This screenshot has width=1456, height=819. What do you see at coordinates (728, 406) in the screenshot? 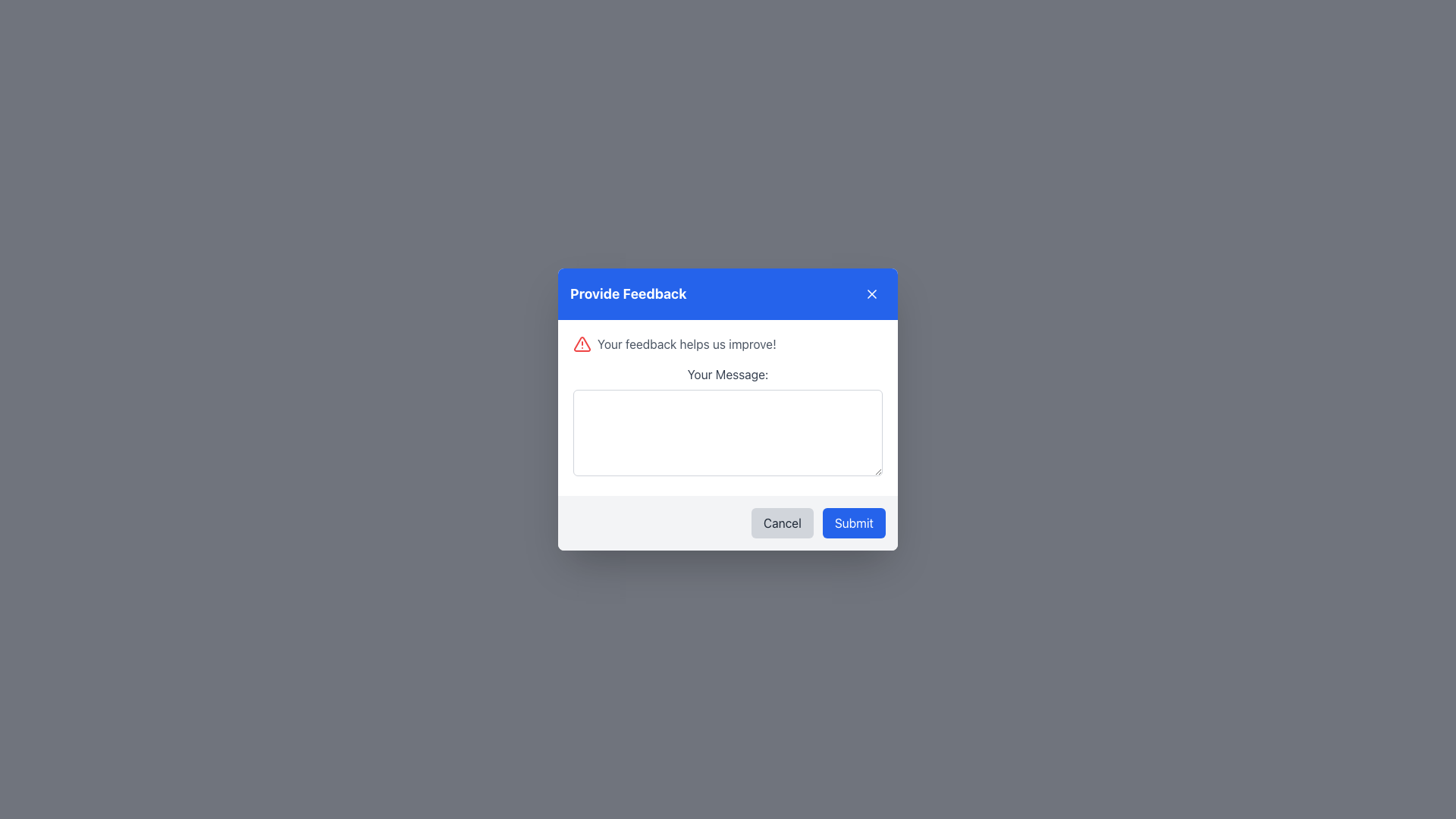
I see `the text box within the 'Provide Feedback' dialog for user input` at bounding box center [728, 406].